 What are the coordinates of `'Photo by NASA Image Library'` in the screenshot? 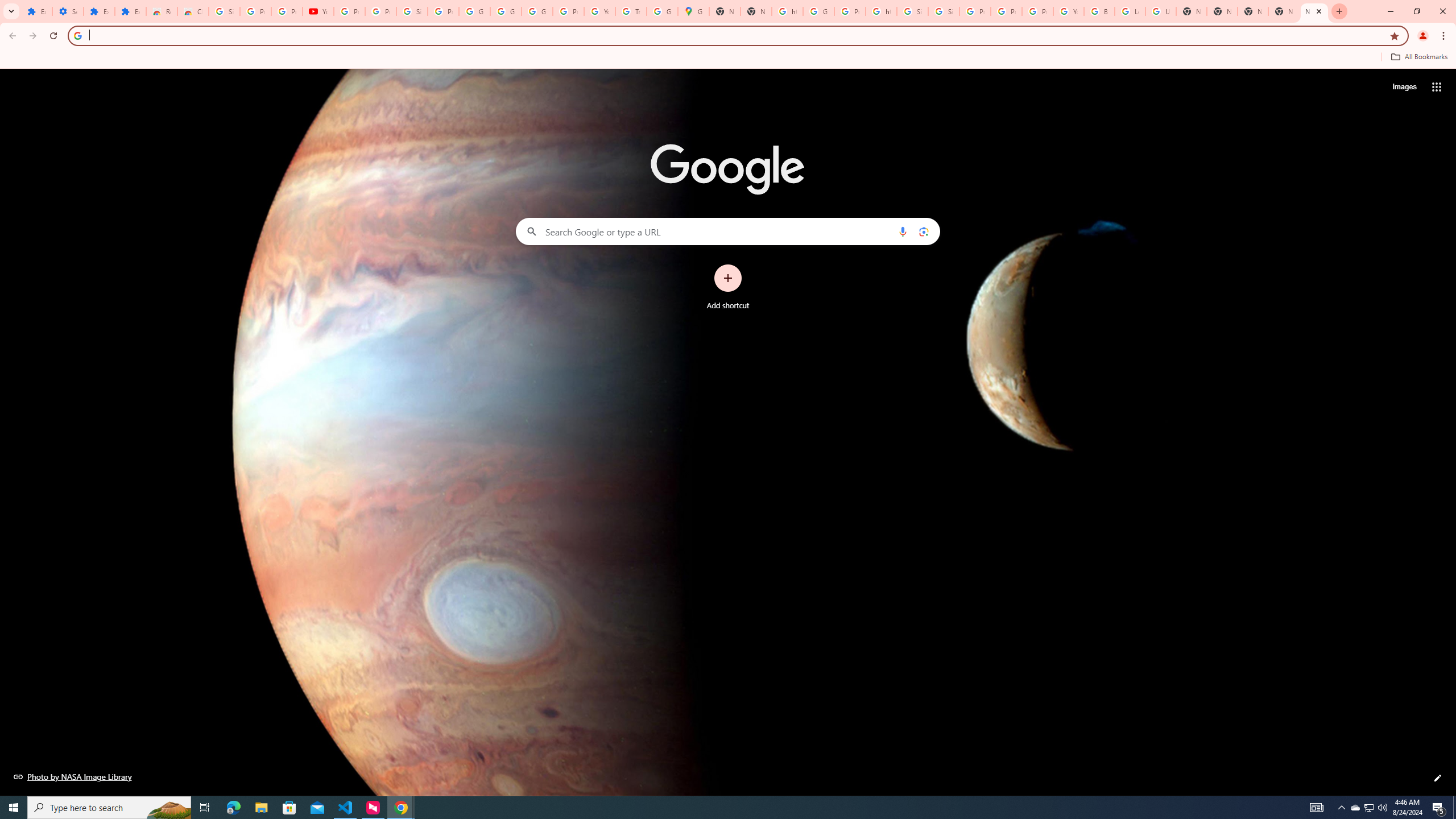 It's located at (72, 776).